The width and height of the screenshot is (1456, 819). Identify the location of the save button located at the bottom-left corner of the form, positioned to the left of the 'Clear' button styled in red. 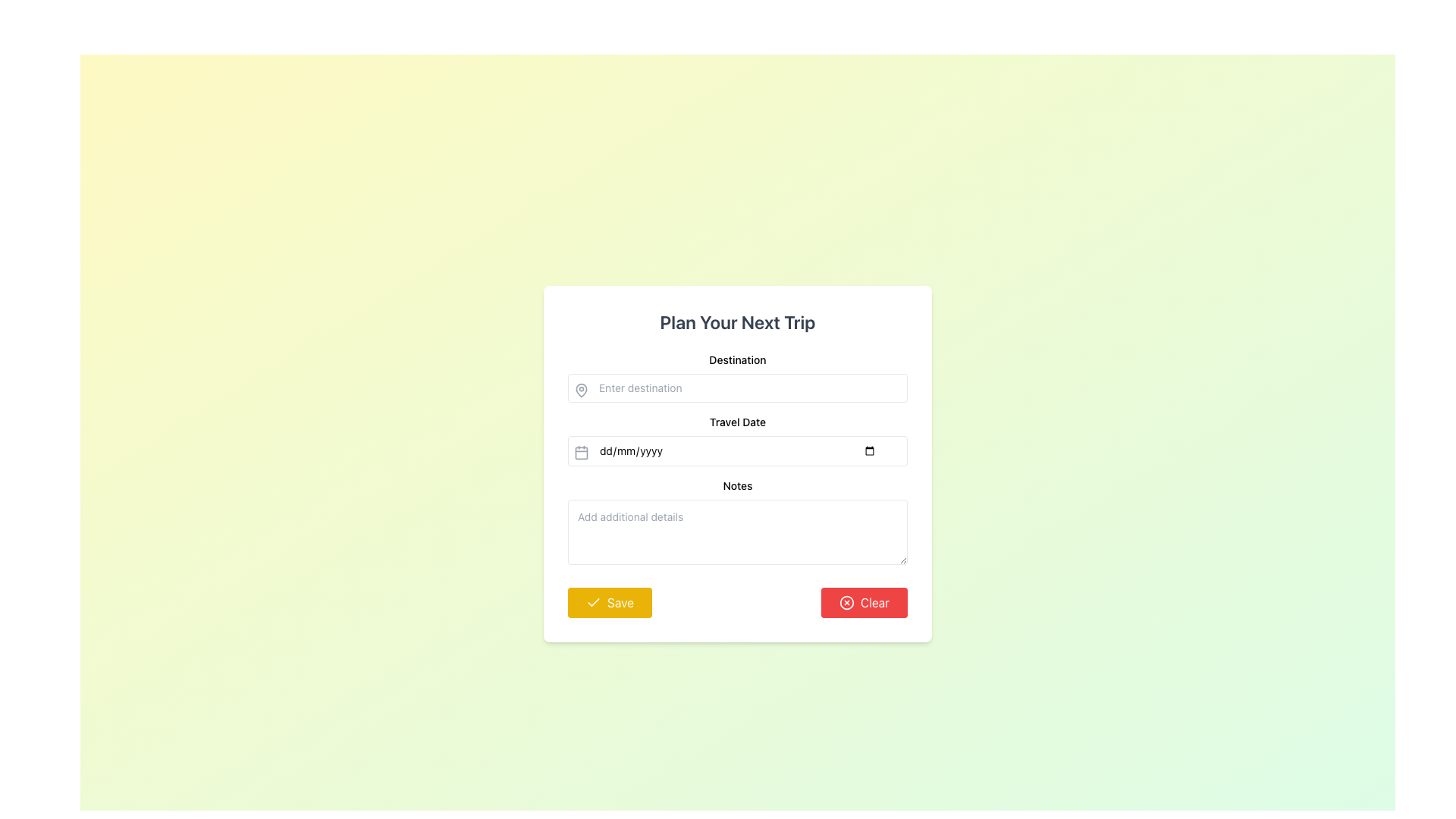
(610, 601).